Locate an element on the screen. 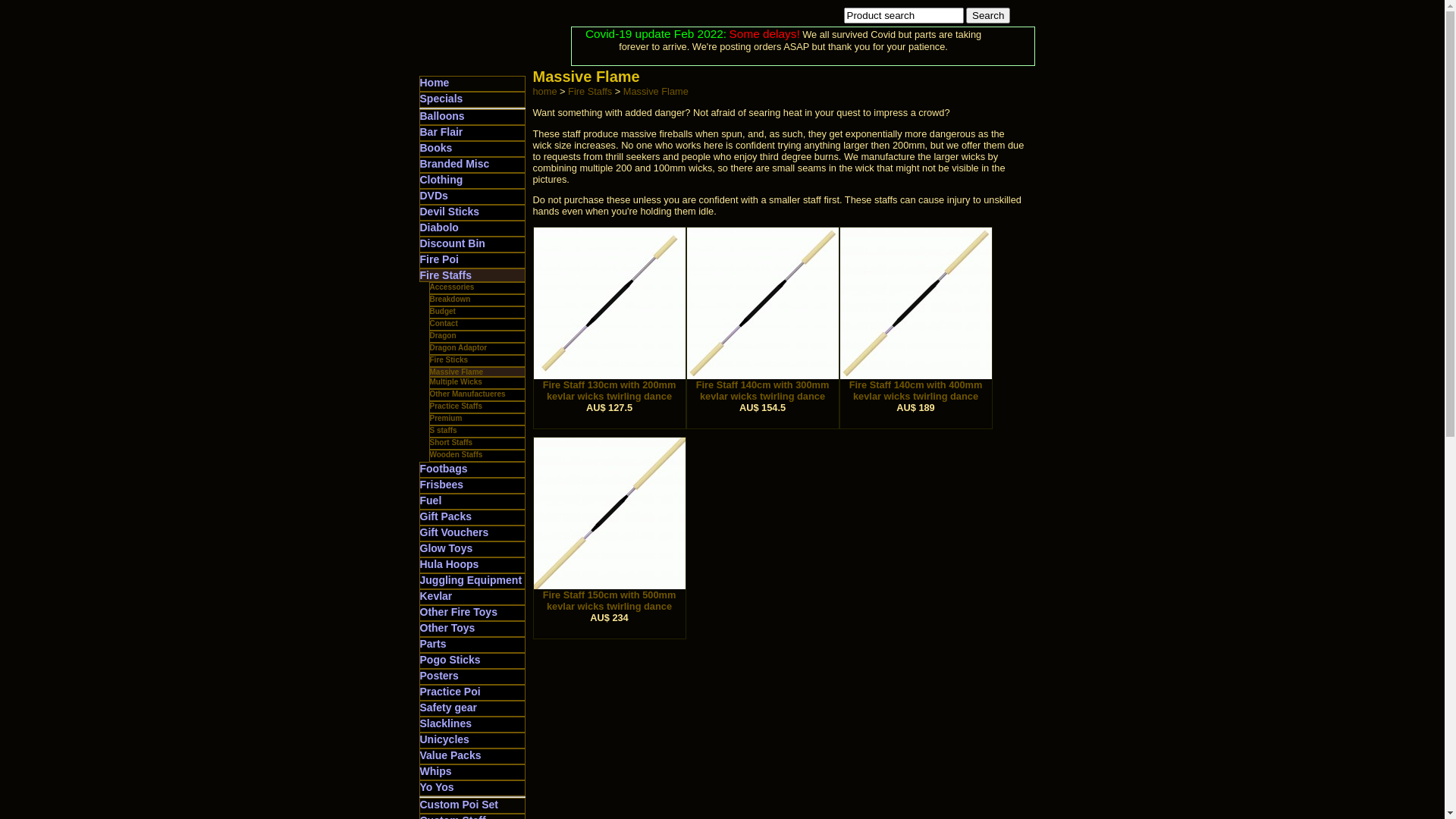 This screenshot has width=1456, height=819. 'Value Packs' is located at coordinates (450, 755).